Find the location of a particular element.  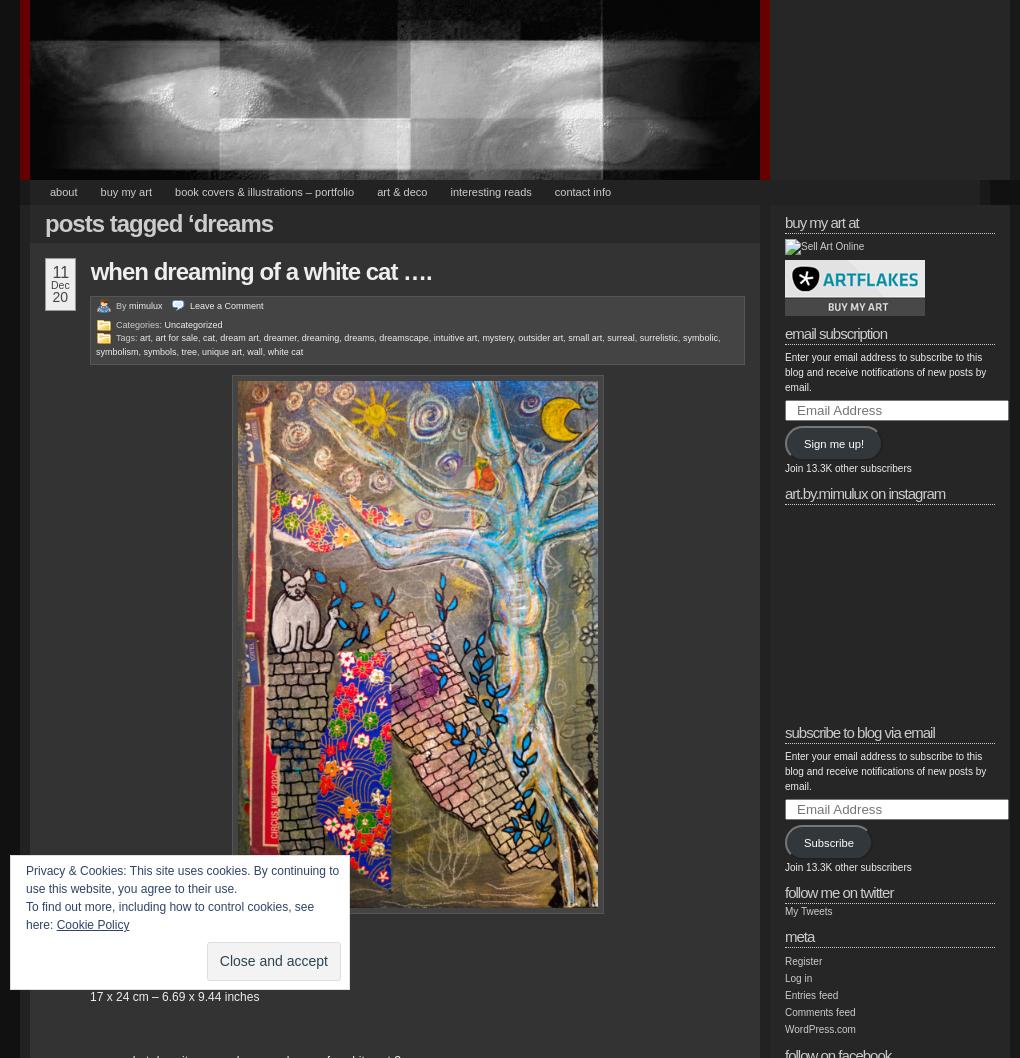

'Interesting Reads' is located at coordinates (490, 192).